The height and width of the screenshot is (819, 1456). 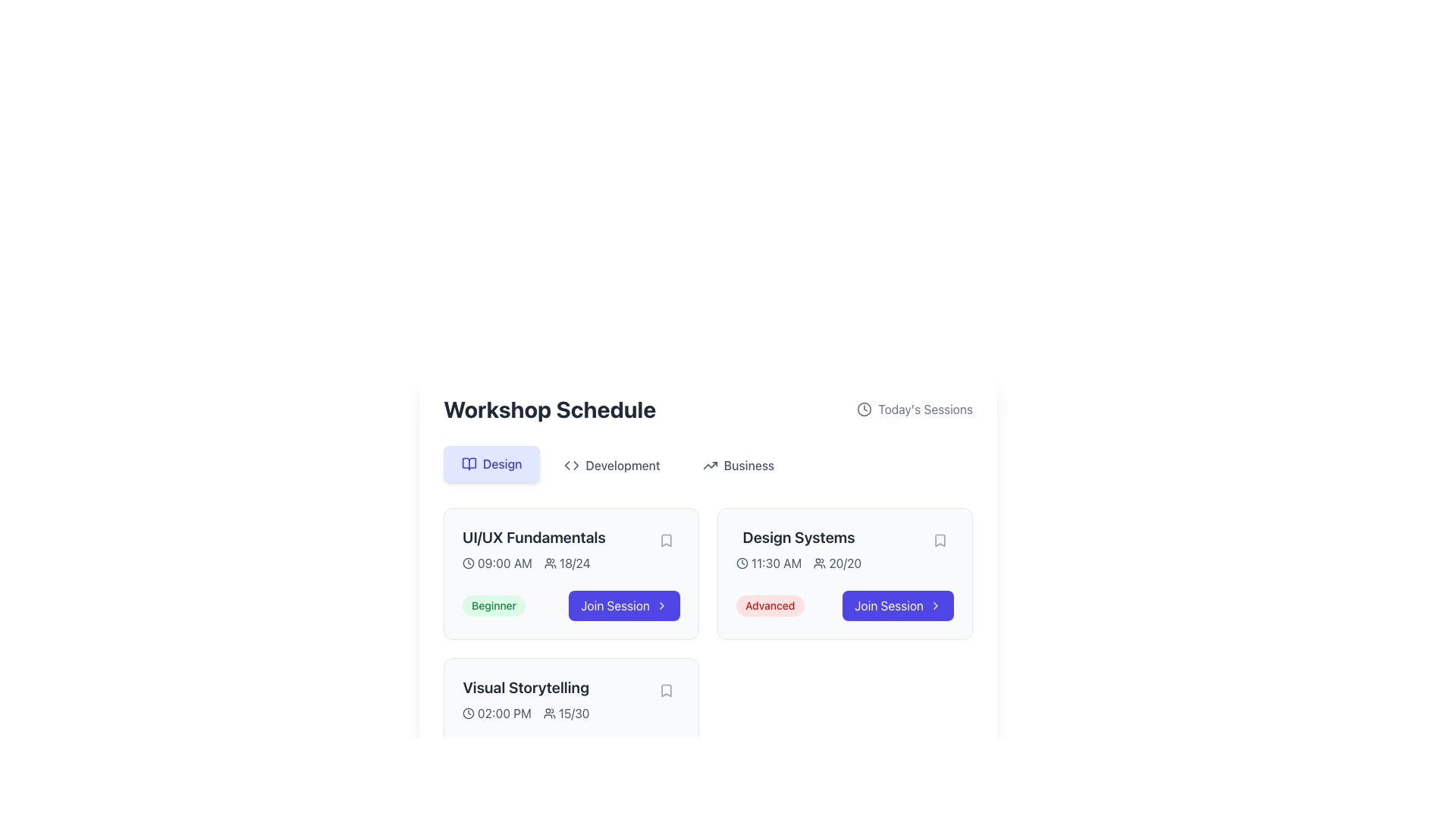 I want to click on the informational card that displays details for the UI/UX Fundamentals session, located in the top-left section of the workshop schedule under the 'Design' tab, so click(x=570, y=550).